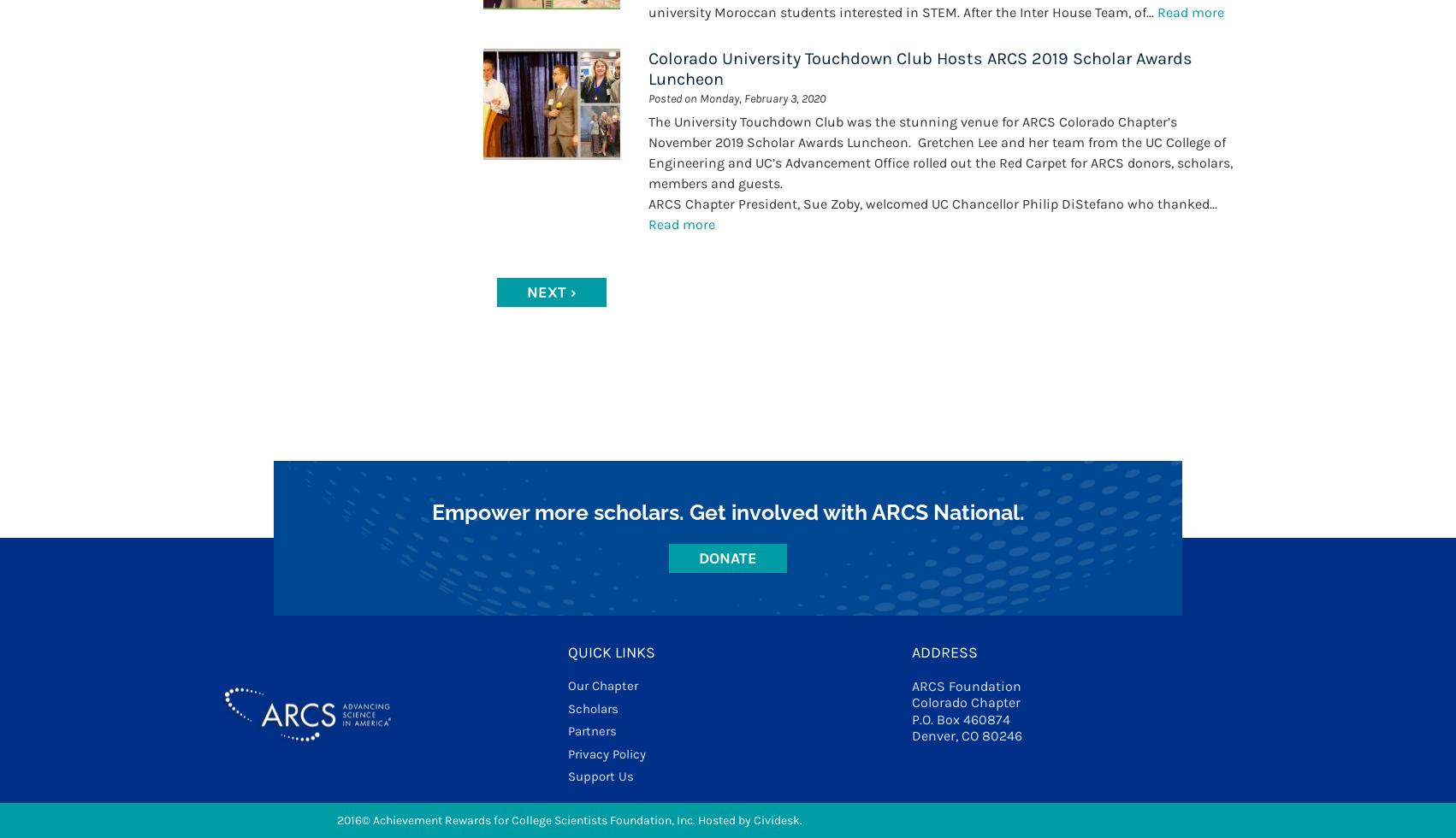 Image resolution: width=1456 pixels, height=838 pixels. Describe the element at coordinates (566, 730) in the screenshot. I see `'Partners'` at that location.